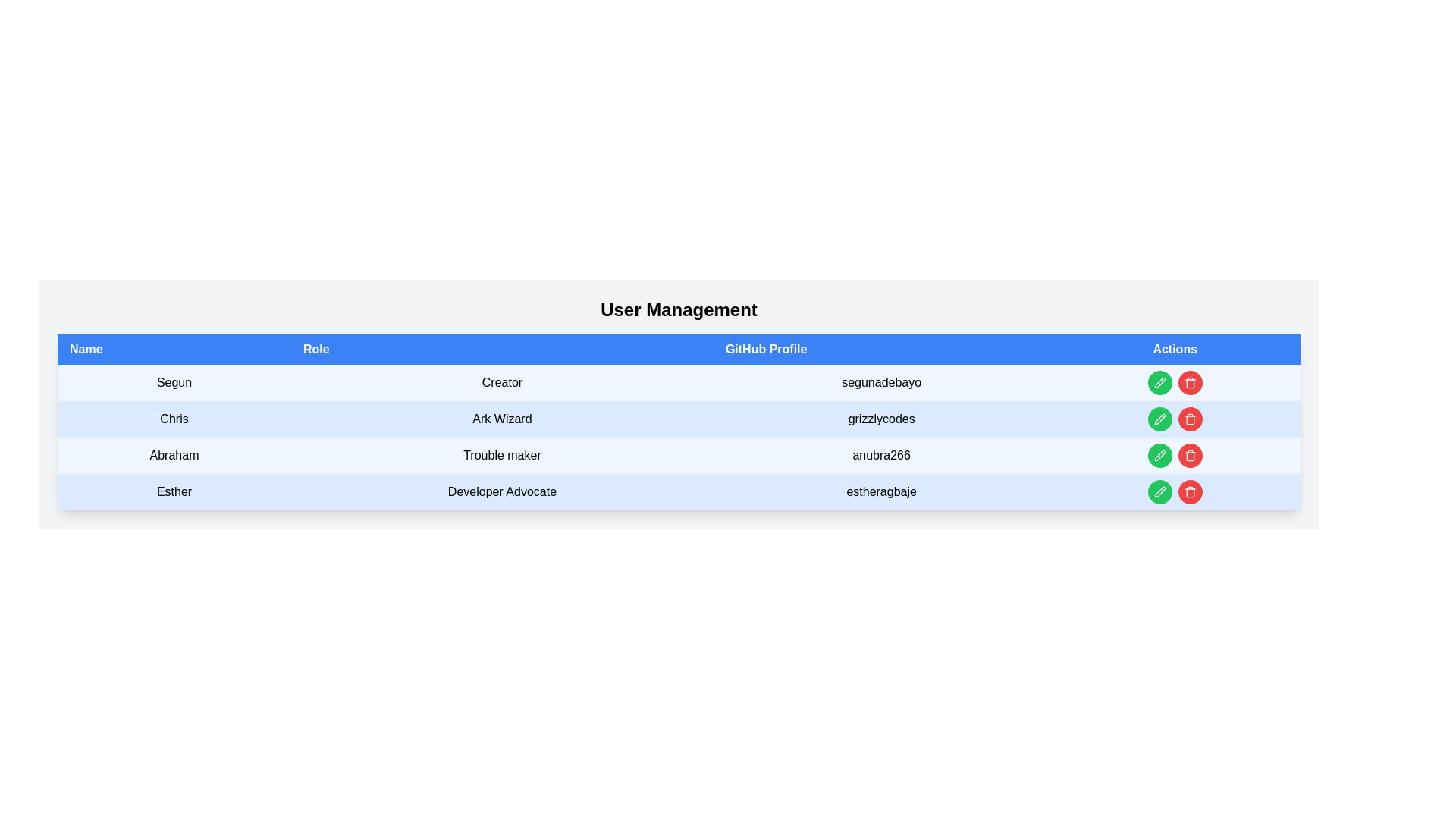  What do you see at coordinates (1189, 420) in the screenshot?
I see `the trash can icon located in the 'Actions' column of the user management table for the row corresponding to 'Chris' to initiate the delete action` at bounding box center [1189, 420].